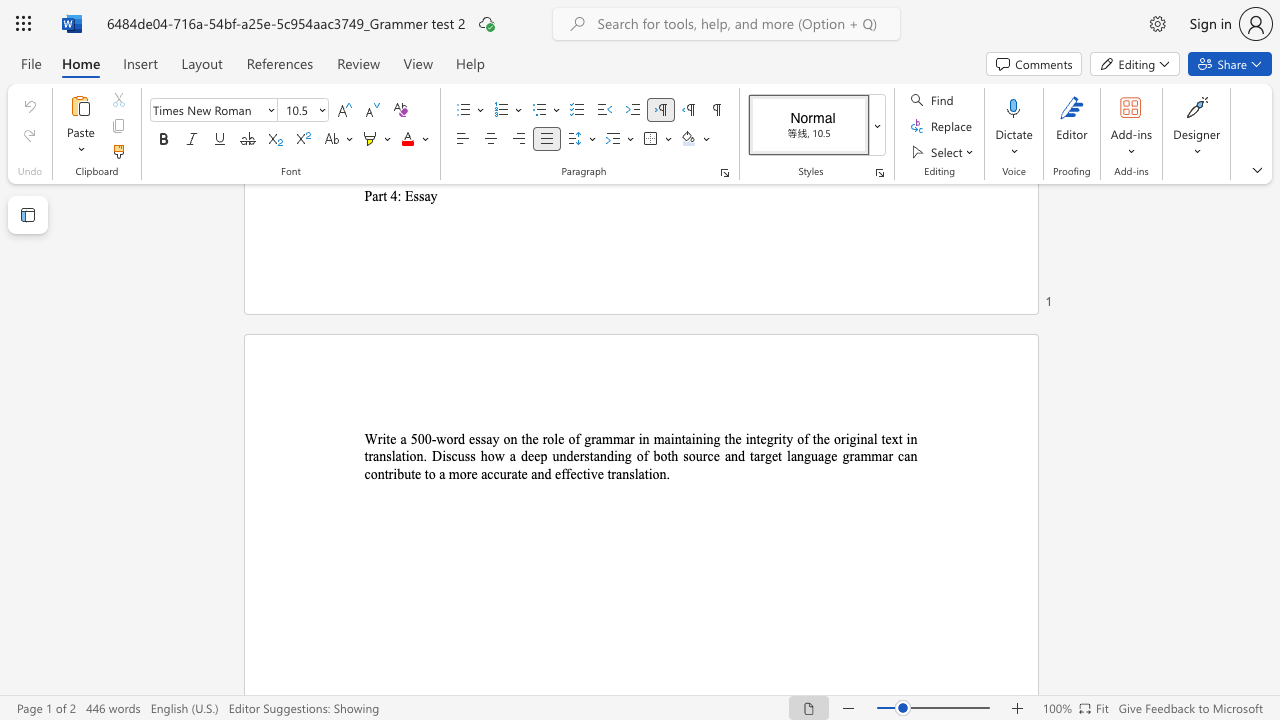  What do you see at coordinates (776, 456) in the screenshot?
I see `the space between the continuous character "e" and "t" in the text` at bounding box center [776, 456].